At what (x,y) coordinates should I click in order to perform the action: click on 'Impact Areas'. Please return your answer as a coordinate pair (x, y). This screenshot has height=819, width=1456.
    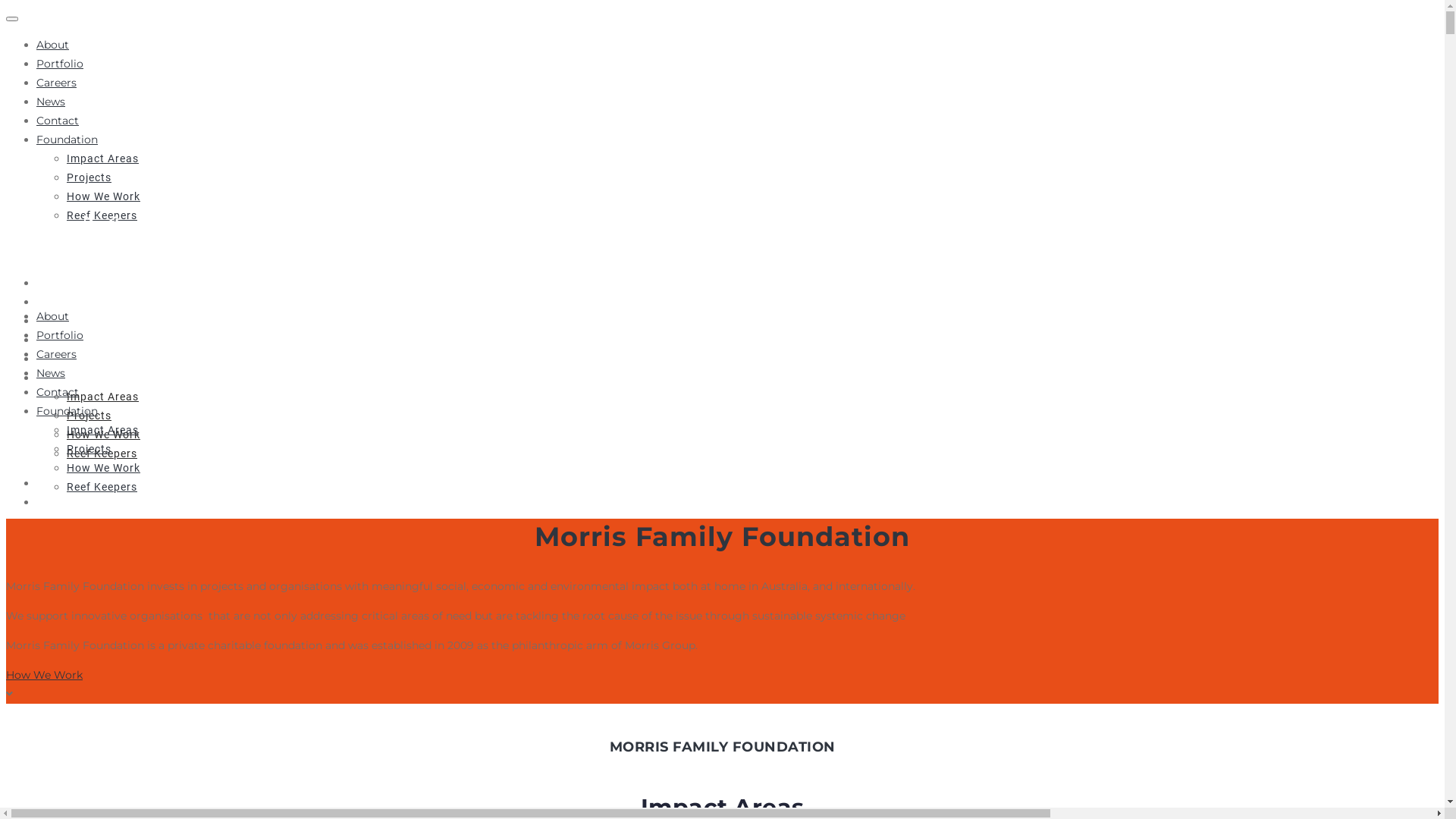
    Looking at the image, I should click on (65, 394).